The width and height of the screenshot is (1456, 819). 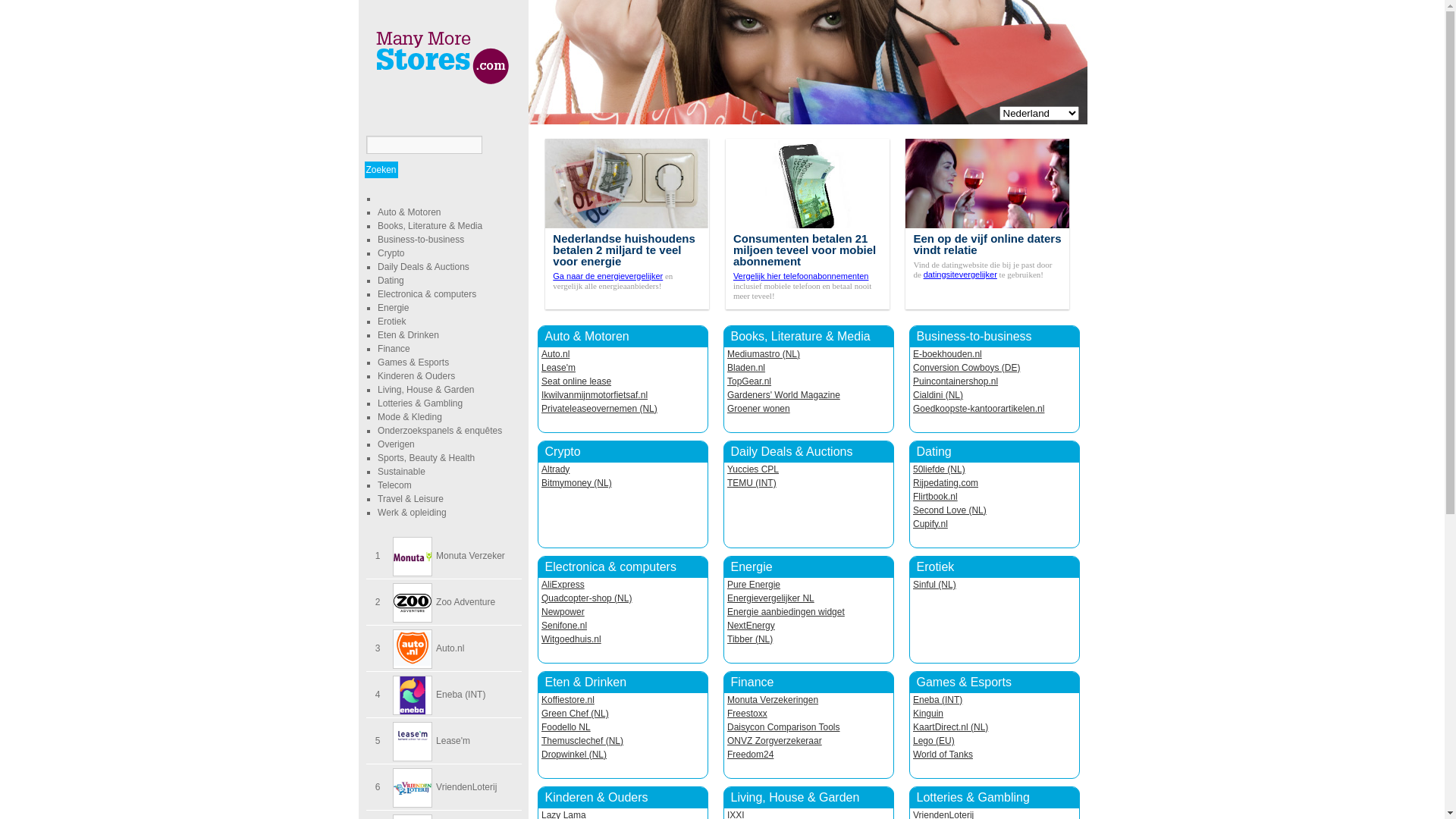 What do you see at coordinates (747, 714) in the screenshot?
I see `'Freestoxx'` at bounding box center [747, 714].